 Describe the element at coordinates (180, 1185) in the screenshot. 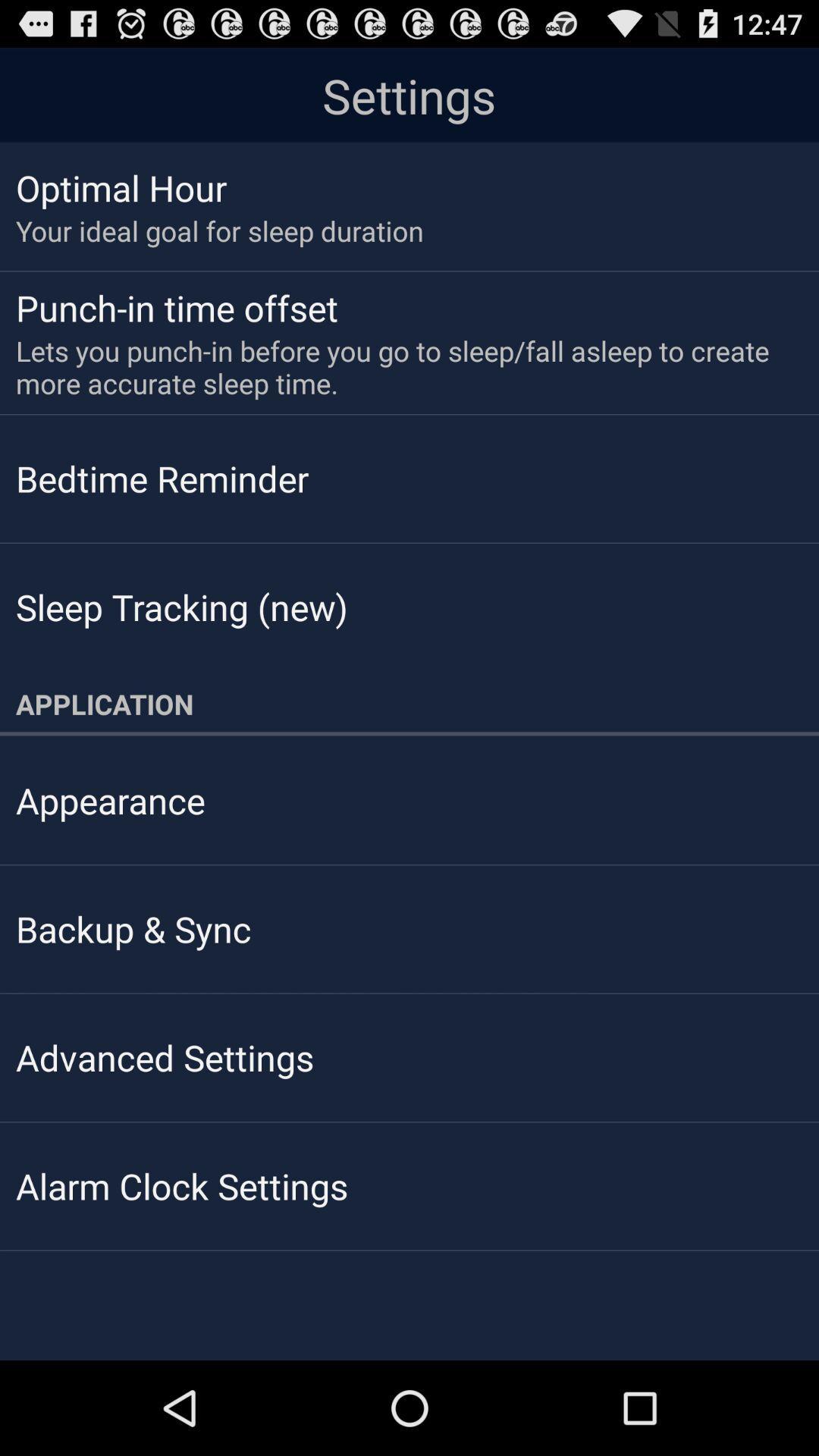

I see `the alarm clock settings` at that location.